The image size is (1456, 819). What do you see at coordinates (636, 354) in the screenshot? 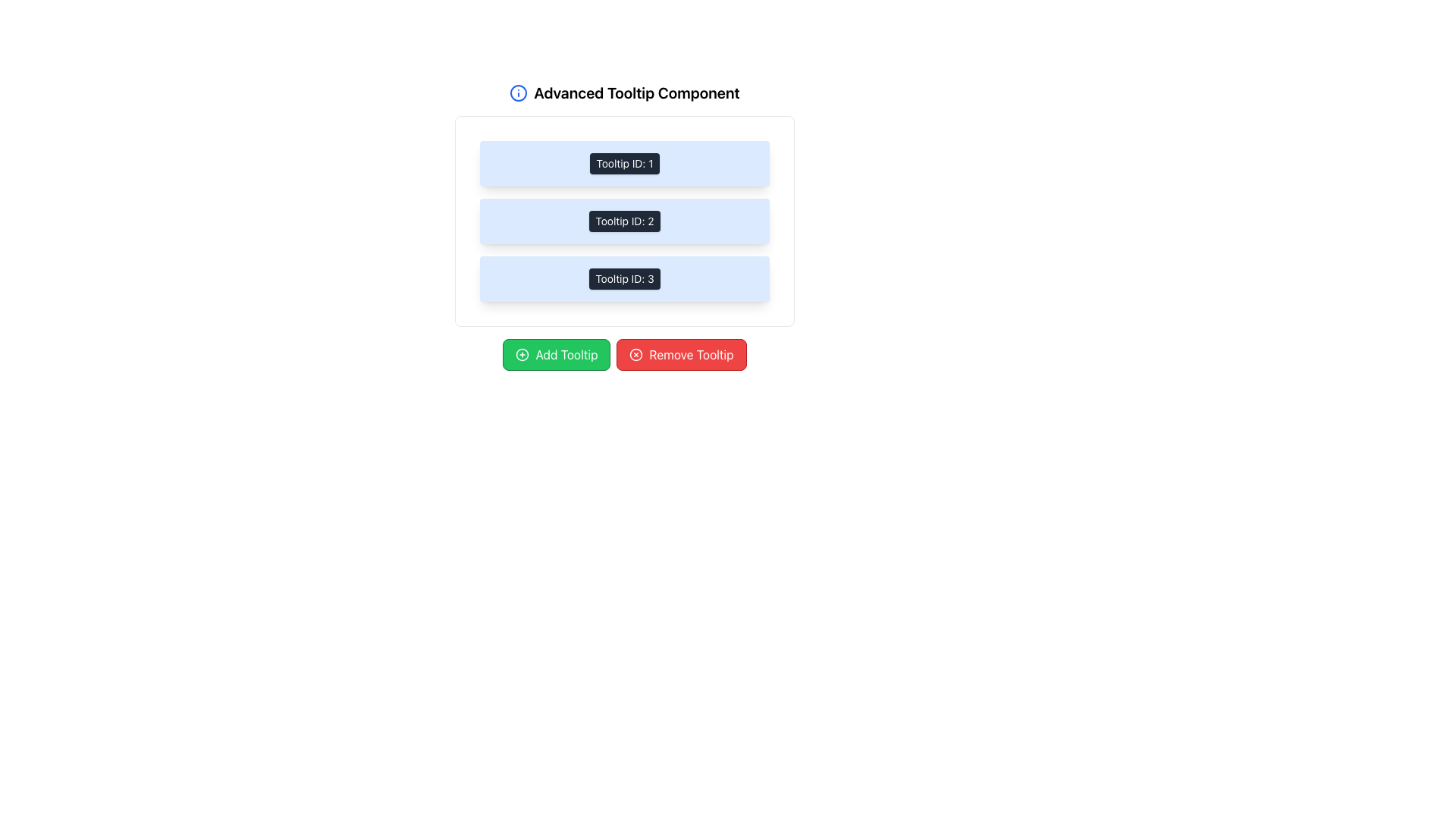
I see `the red circular icon with an 'X' inside, which is positioned on the left side of the 'Remove Tooltip' button text` at bounding box center [636, 354].